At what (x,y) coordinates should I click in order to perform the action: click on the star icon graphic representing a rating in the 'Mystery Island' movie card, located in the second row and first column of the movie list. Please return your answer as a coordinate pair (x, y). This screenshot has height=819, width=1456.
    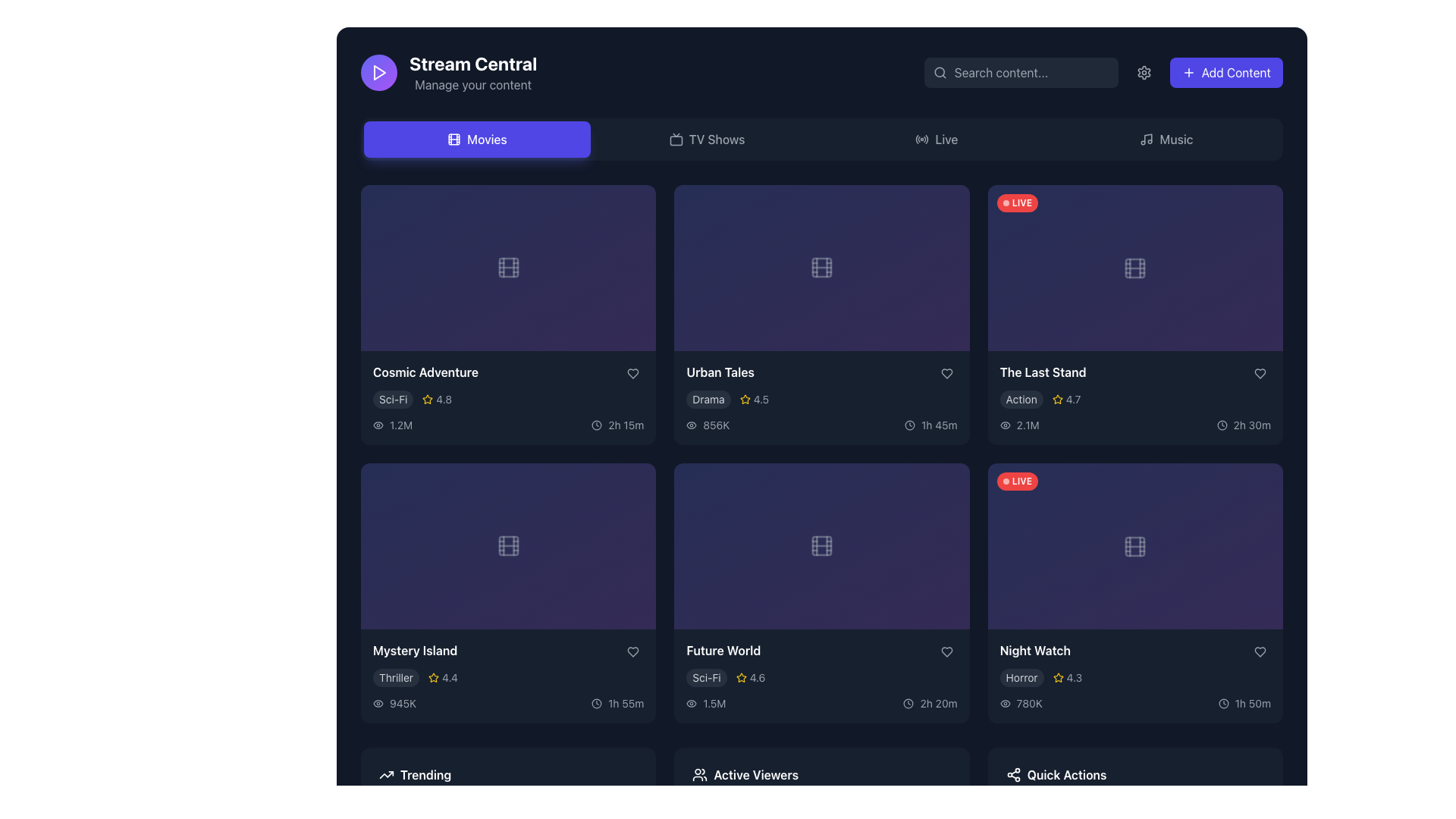
    Looking at the image, I should click on (433, 676).